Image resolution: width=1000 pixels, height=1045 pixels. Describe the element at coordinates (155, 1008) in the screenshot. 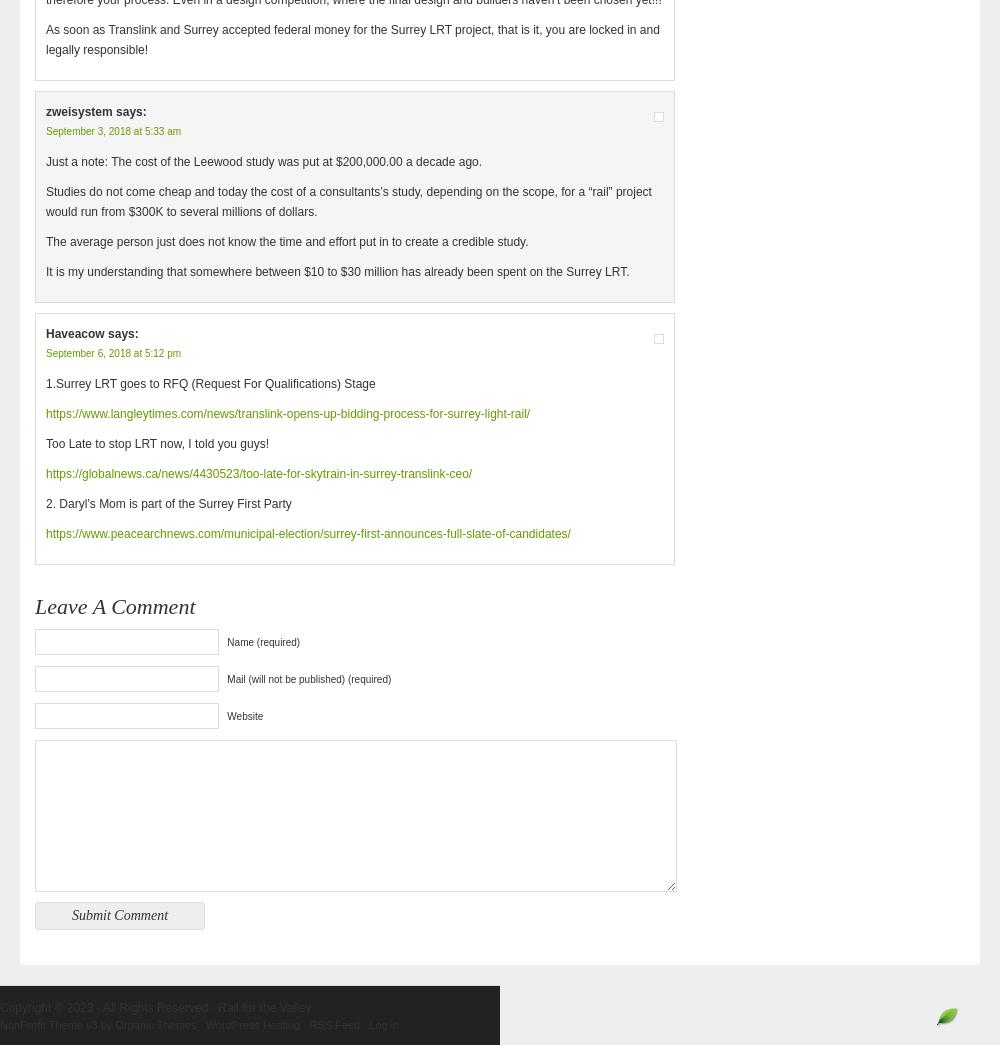

I see `'Copyright © 2023 · All Rights Reserved · Rail for the Valley'` at that location.